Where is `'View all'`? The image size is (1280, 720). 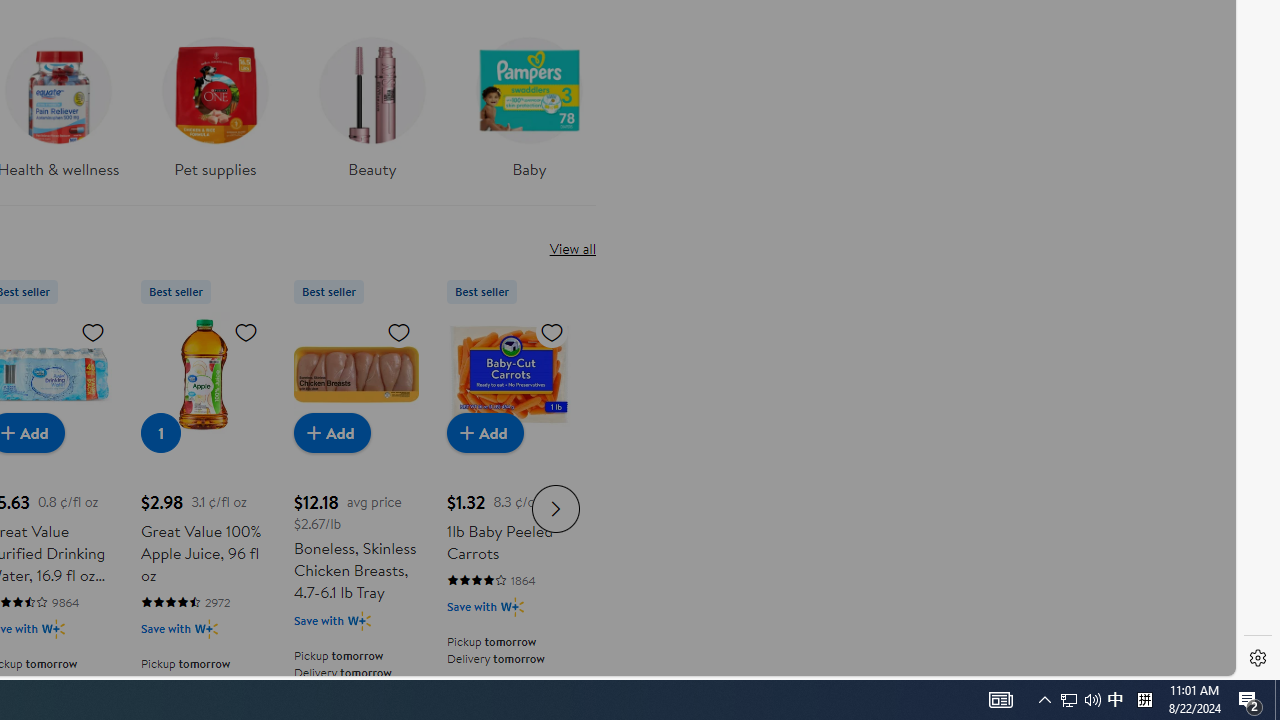
'View all' is located at coordinates (571, 247).